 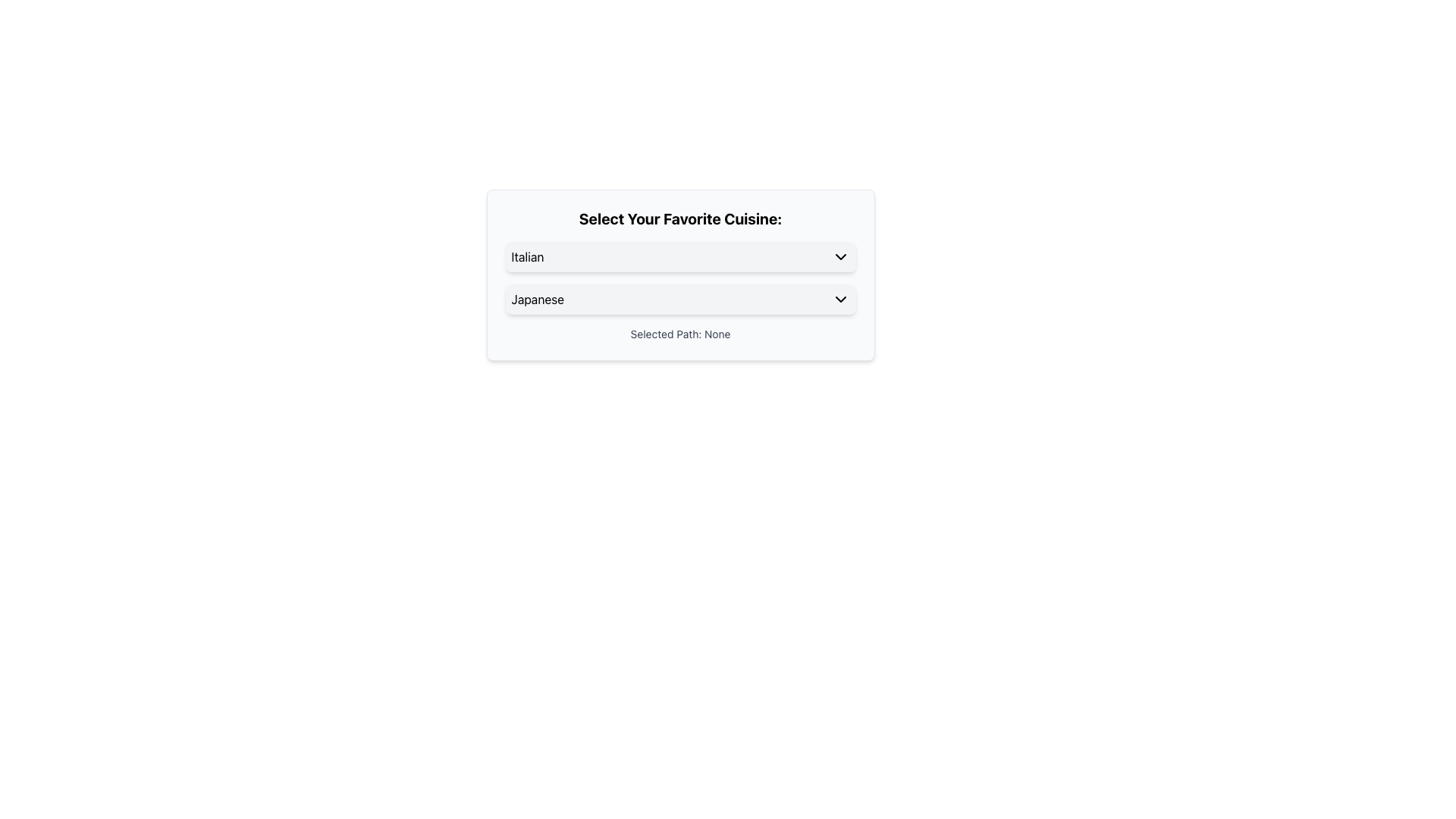 I want to click on the downward-pointing chevron icon located to the far right of the 'Japanese' text, so click(x=839, y=299).